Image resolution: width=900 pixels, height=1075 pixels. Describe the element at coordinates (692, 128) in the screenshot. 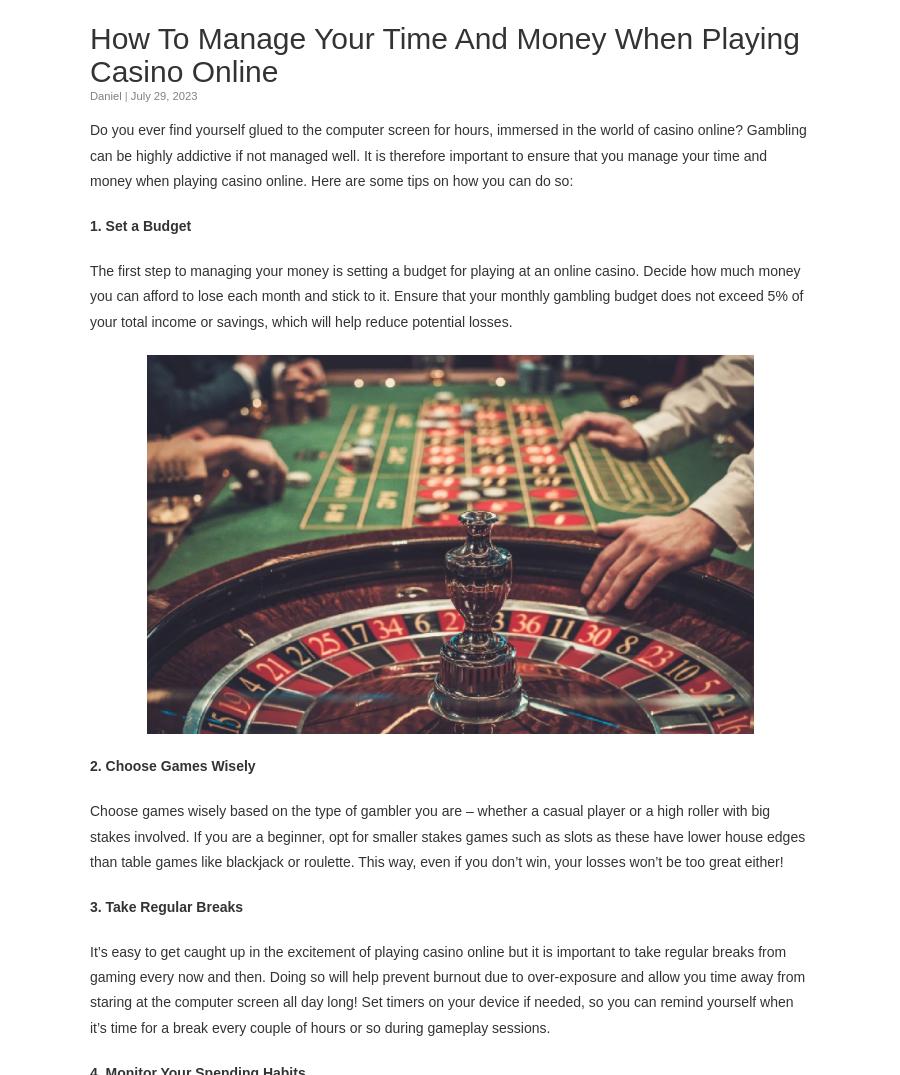

I see `'casino online'` at that location.